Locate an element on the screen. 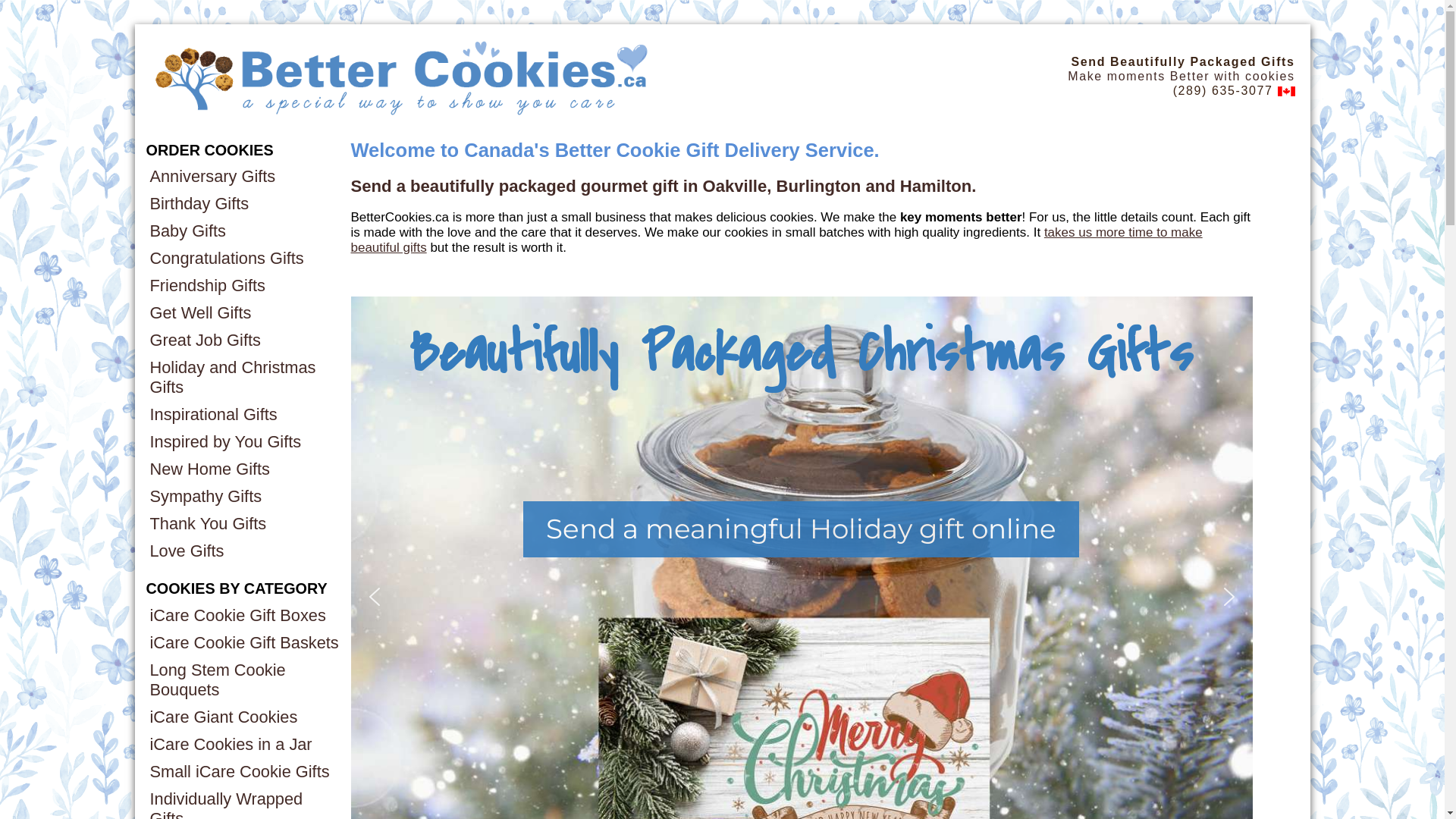 This screenshot has height=819, width=1456. 'Burlington' is located at coordinates (818, 185).